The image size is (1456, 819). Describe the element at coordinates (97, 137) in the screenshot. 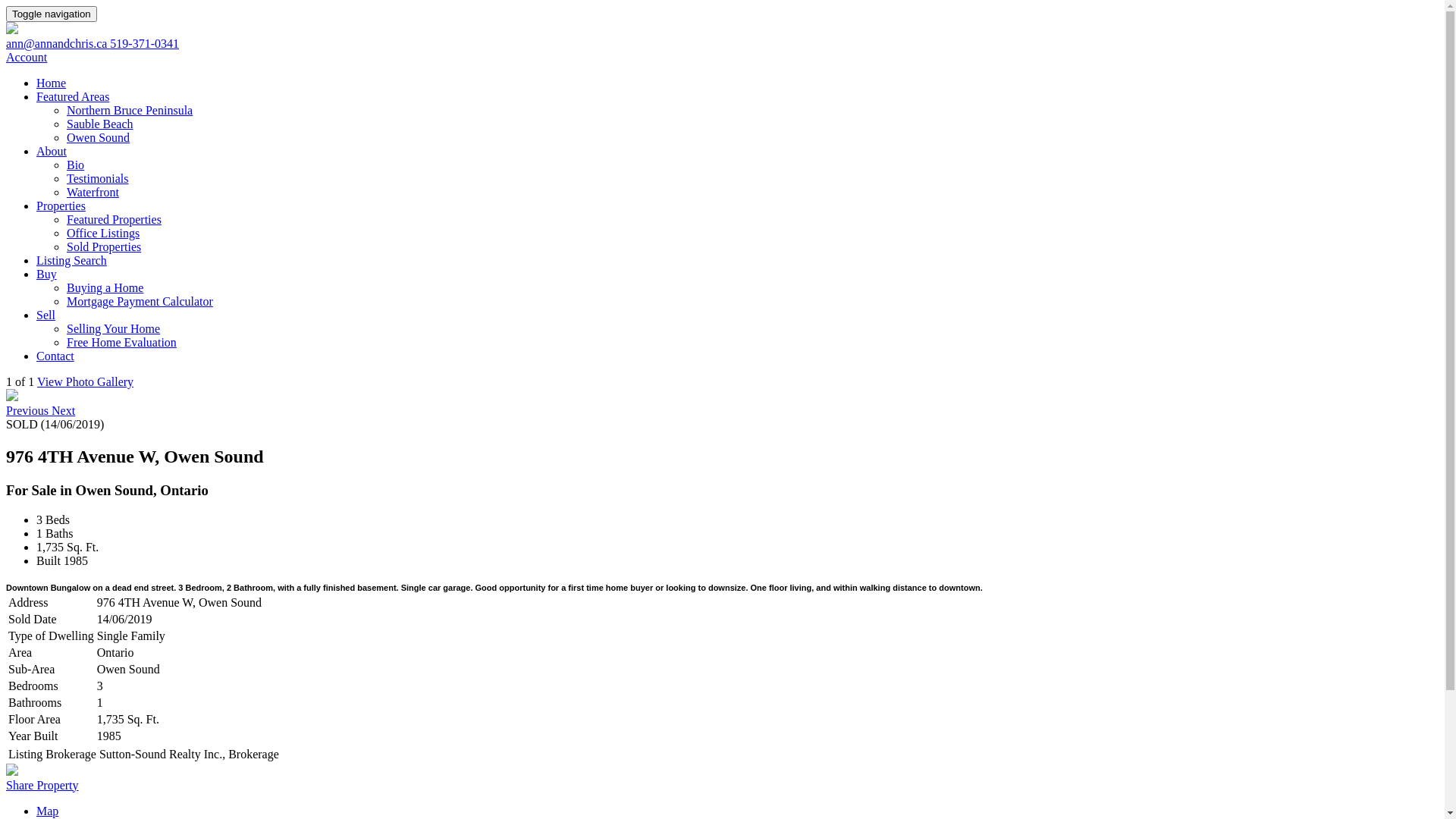

I see `'Owen Sound'` at that location.